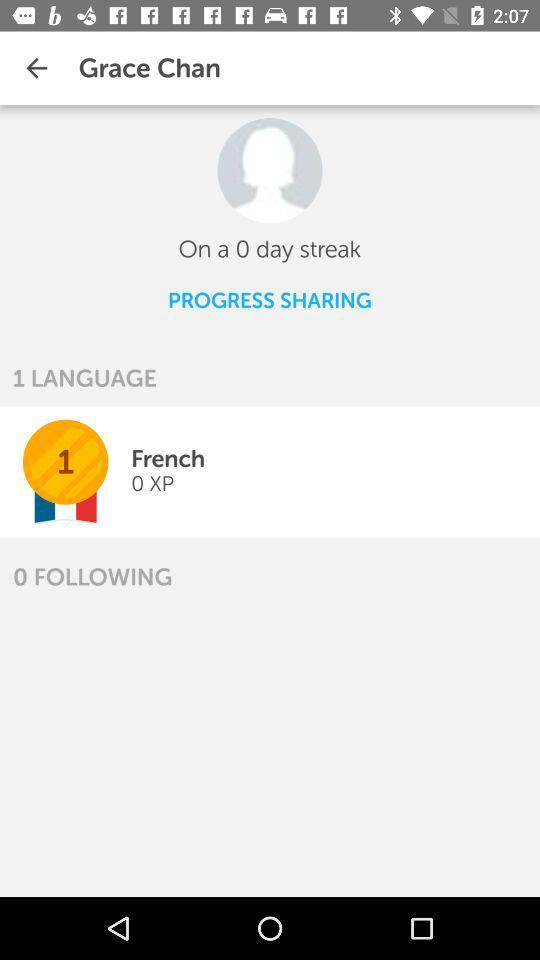 This screenshot has height=960, width=540. I want to click on the icon next to the 1, so click(167, 458).